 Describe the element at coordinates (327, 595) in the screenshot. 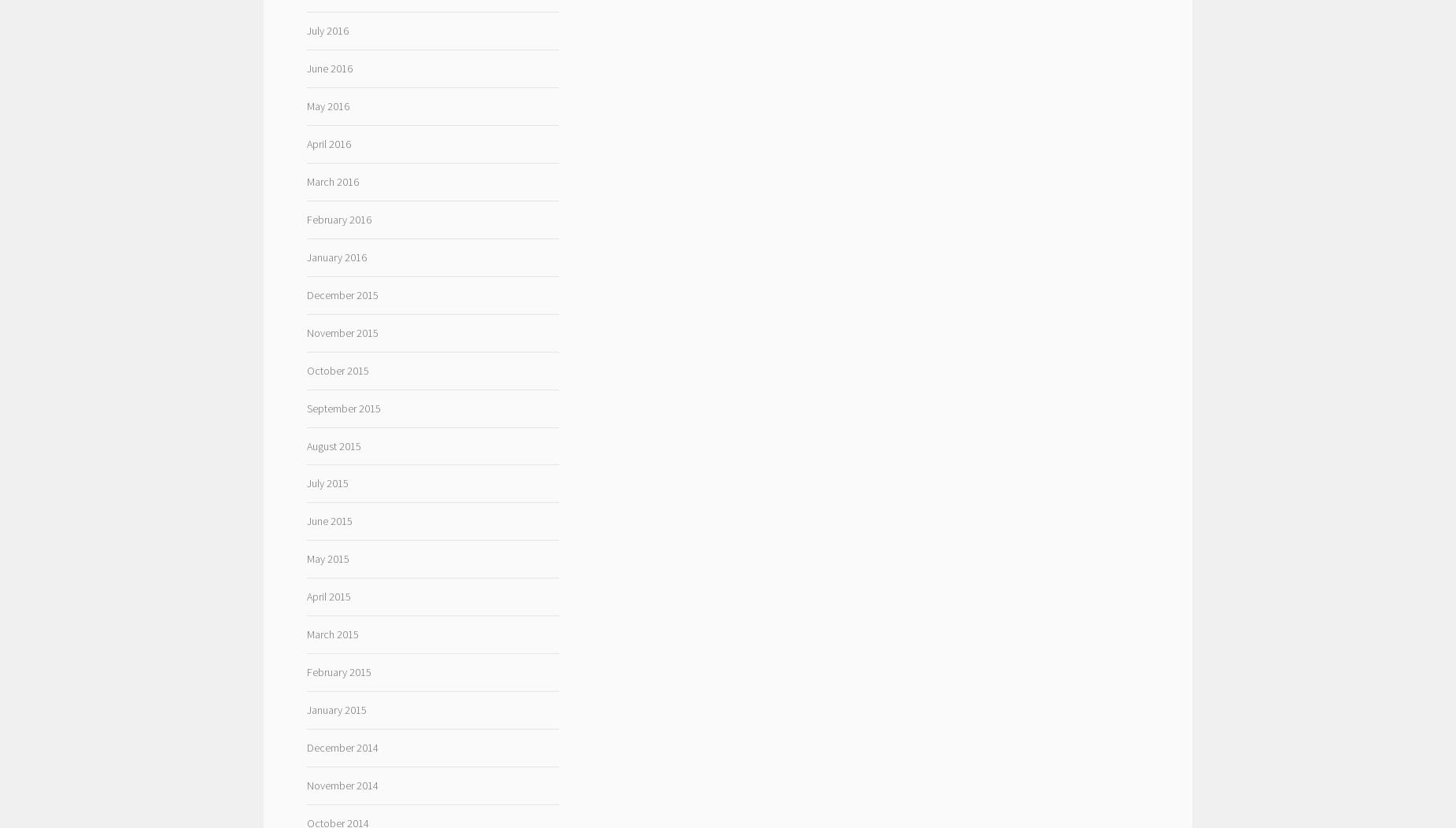

I see `'April 2015'` at that location.